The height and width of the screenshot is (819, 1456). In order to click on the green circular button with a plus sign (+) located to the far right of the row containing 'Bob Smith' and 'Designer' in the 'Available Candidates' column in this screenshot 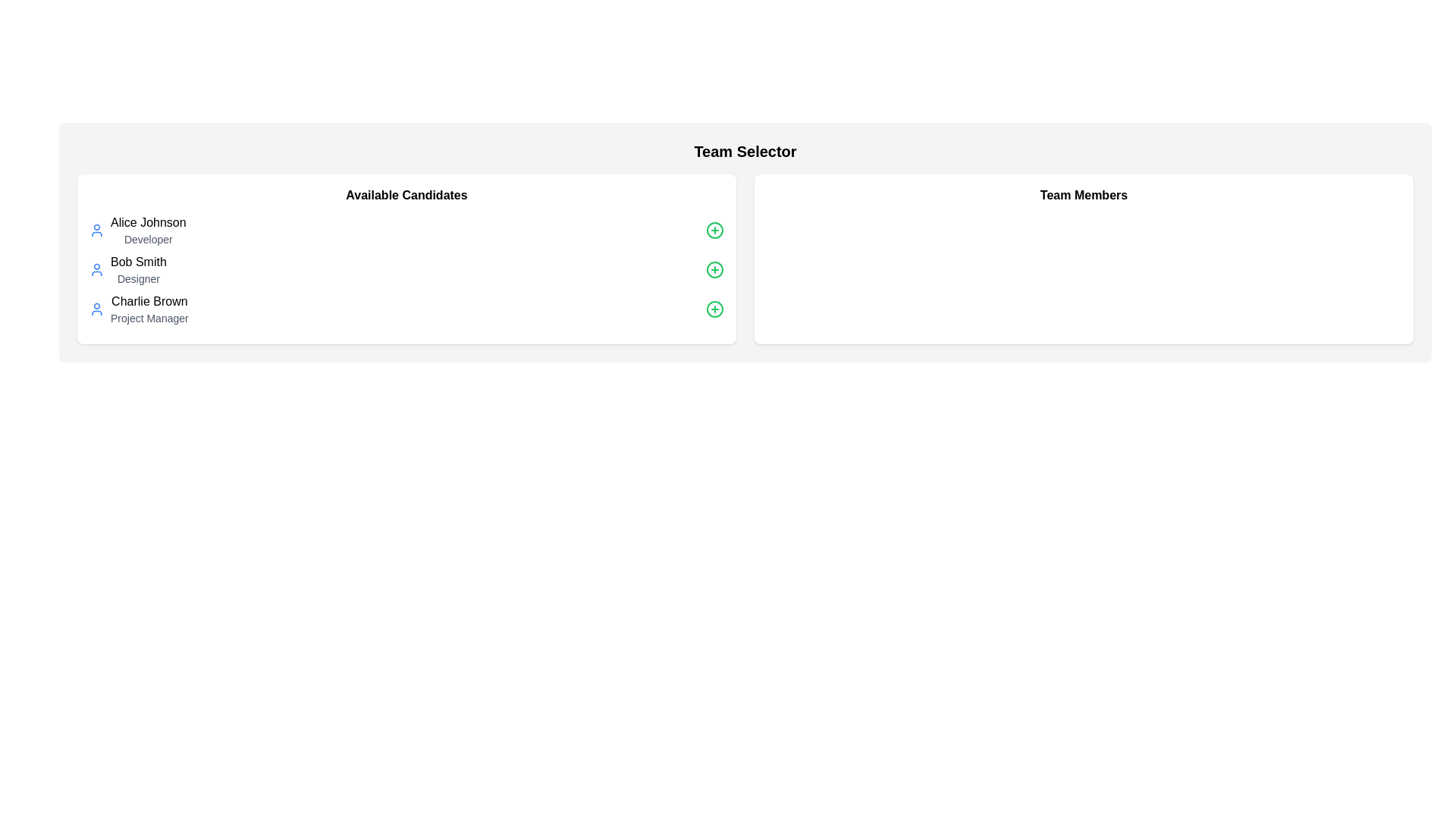, I will do `click(714, 268)`.